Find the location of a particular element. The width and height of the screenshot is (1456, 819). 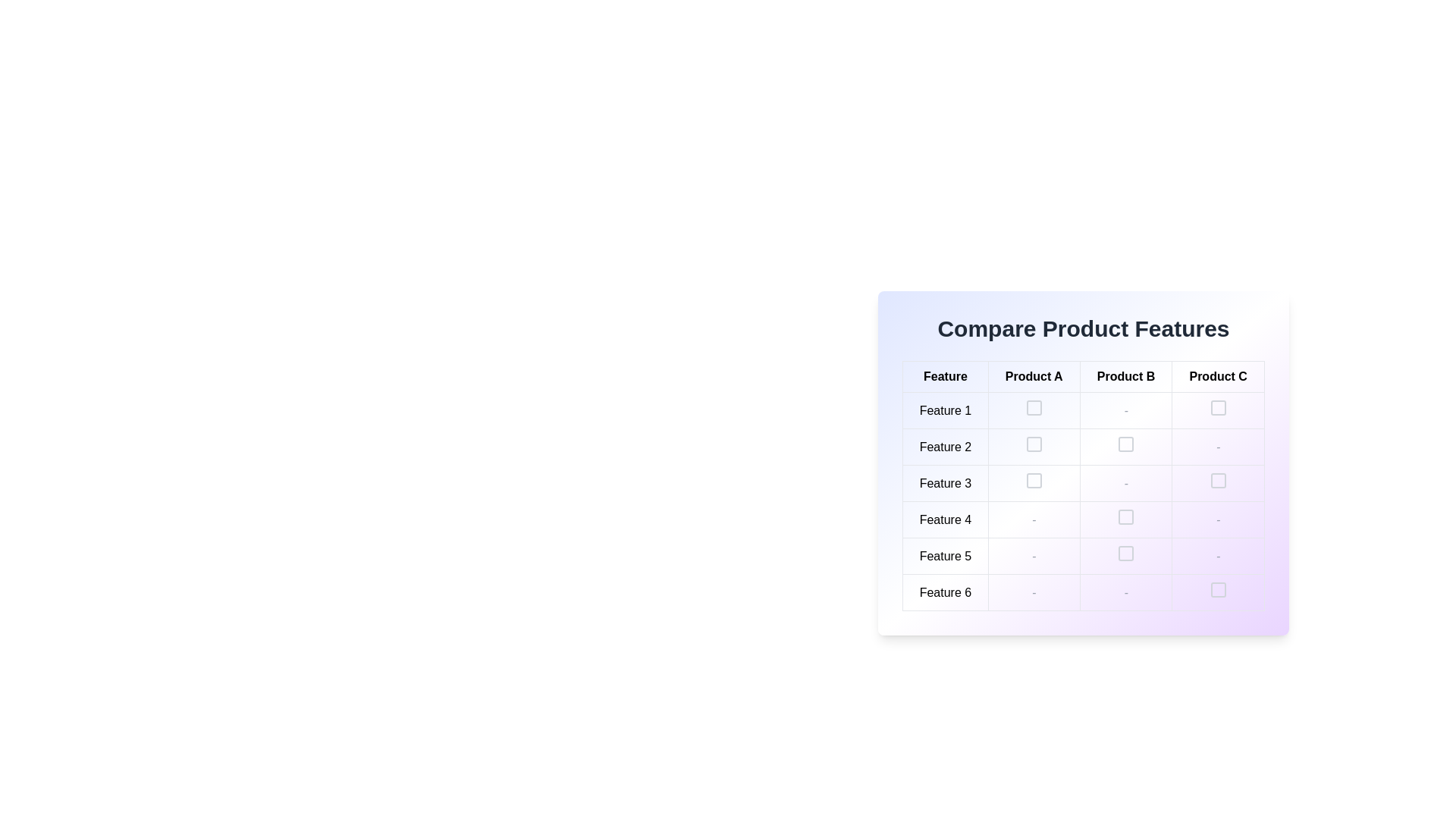

the faint gray italic hyphen representing an absence of value in the 'Product B' column of 'Feature 6' in the comparison table is located at coordinates (1033, 591).